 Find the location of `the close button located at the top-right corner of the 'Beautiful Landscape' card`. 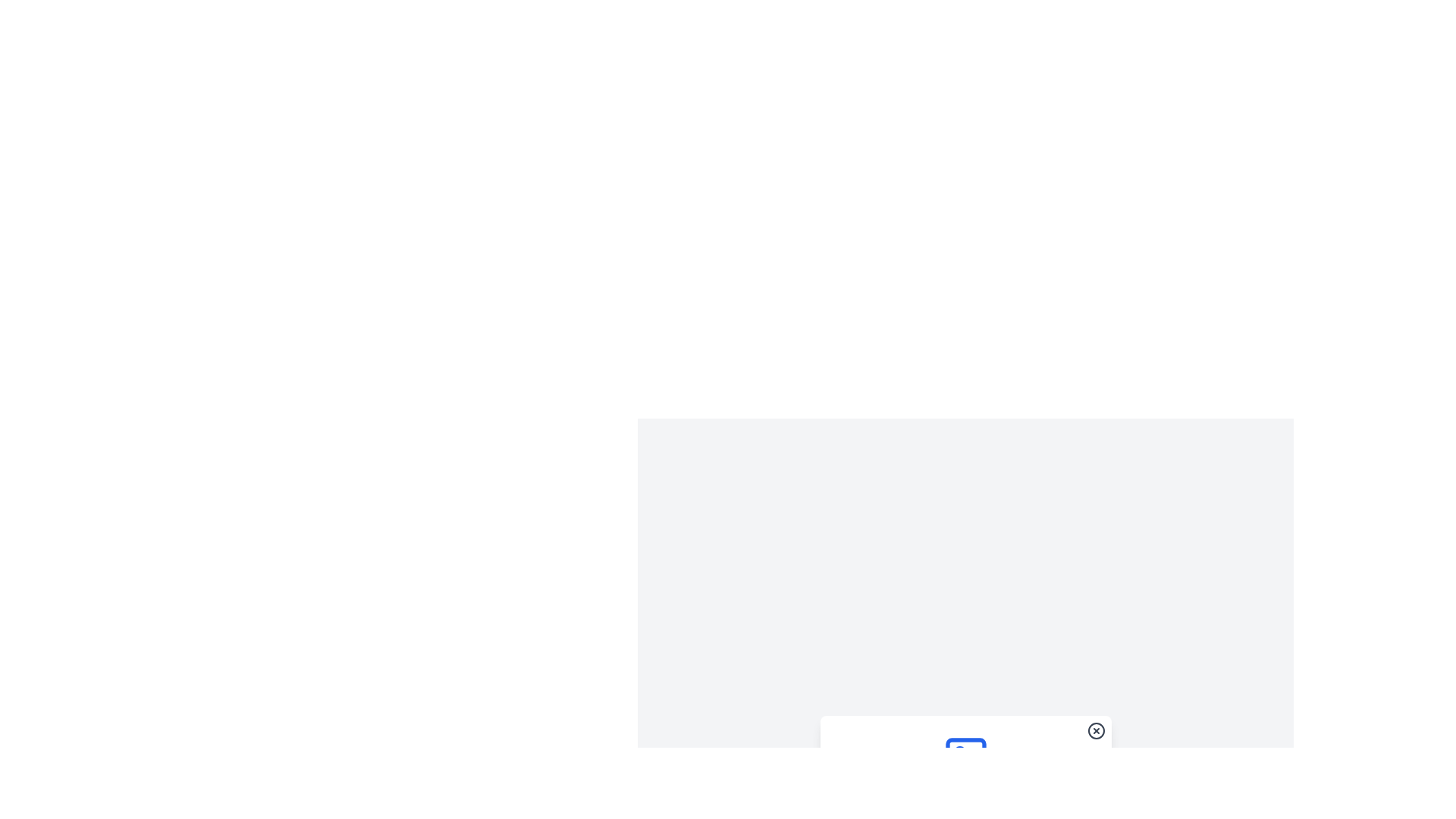

the close button located at the top-right corner of the 'Beautiful Landscape' card is located at coordinates (1096, 730).